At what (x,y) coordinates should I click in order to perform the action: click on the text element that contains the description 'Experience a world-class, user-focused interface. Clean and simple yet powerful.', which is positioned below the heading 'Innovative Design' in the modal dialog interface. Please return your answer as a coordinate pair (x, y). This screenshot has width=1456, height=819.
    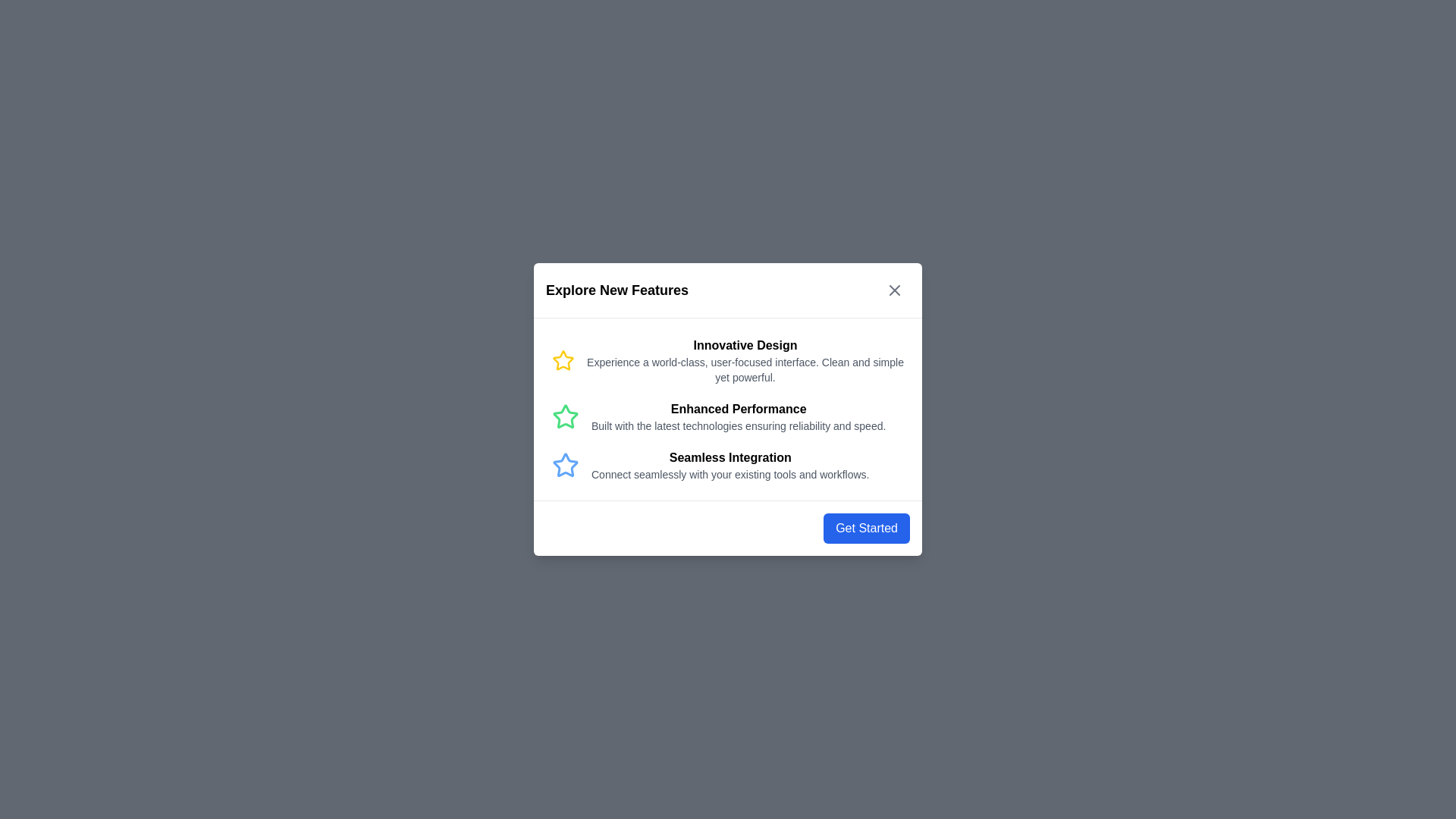
    Looking at the image, I should click on (745, 370).